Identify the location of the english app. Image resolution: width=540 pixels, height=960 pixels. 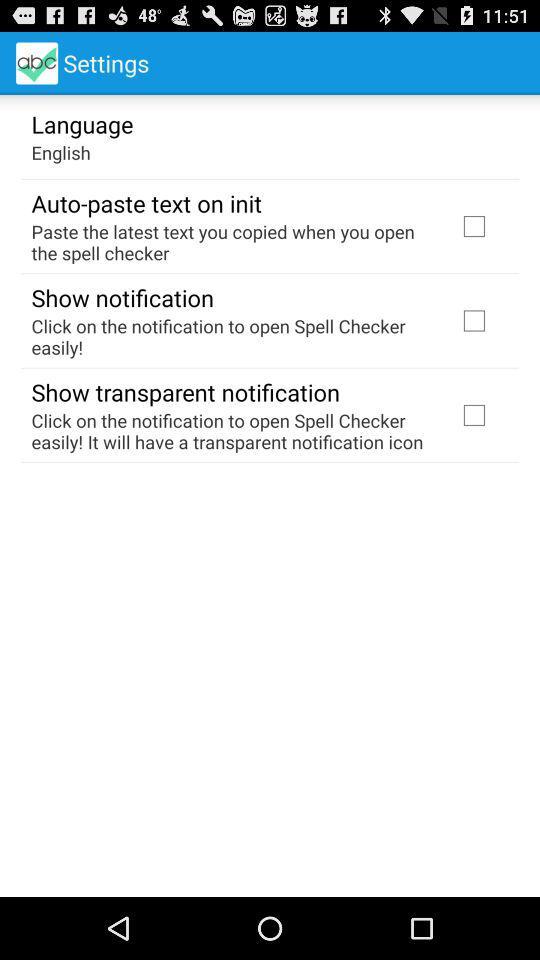
(61, 151).